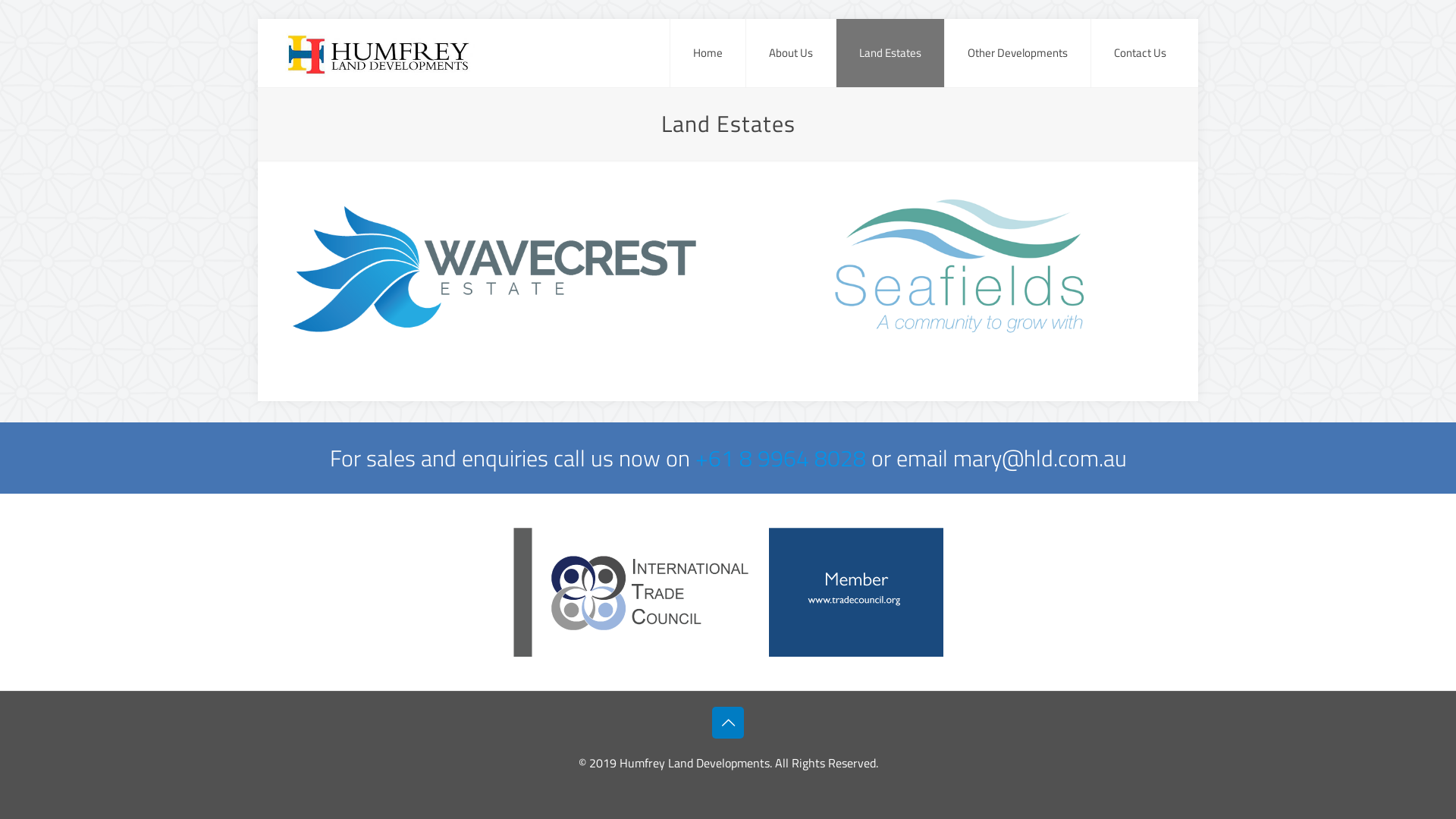 The image size is (1456, 819). What do you see at coordinates (1090, 52) in the screenshot?
I see `'Contact Us'` at bounding box center [1090, 52].